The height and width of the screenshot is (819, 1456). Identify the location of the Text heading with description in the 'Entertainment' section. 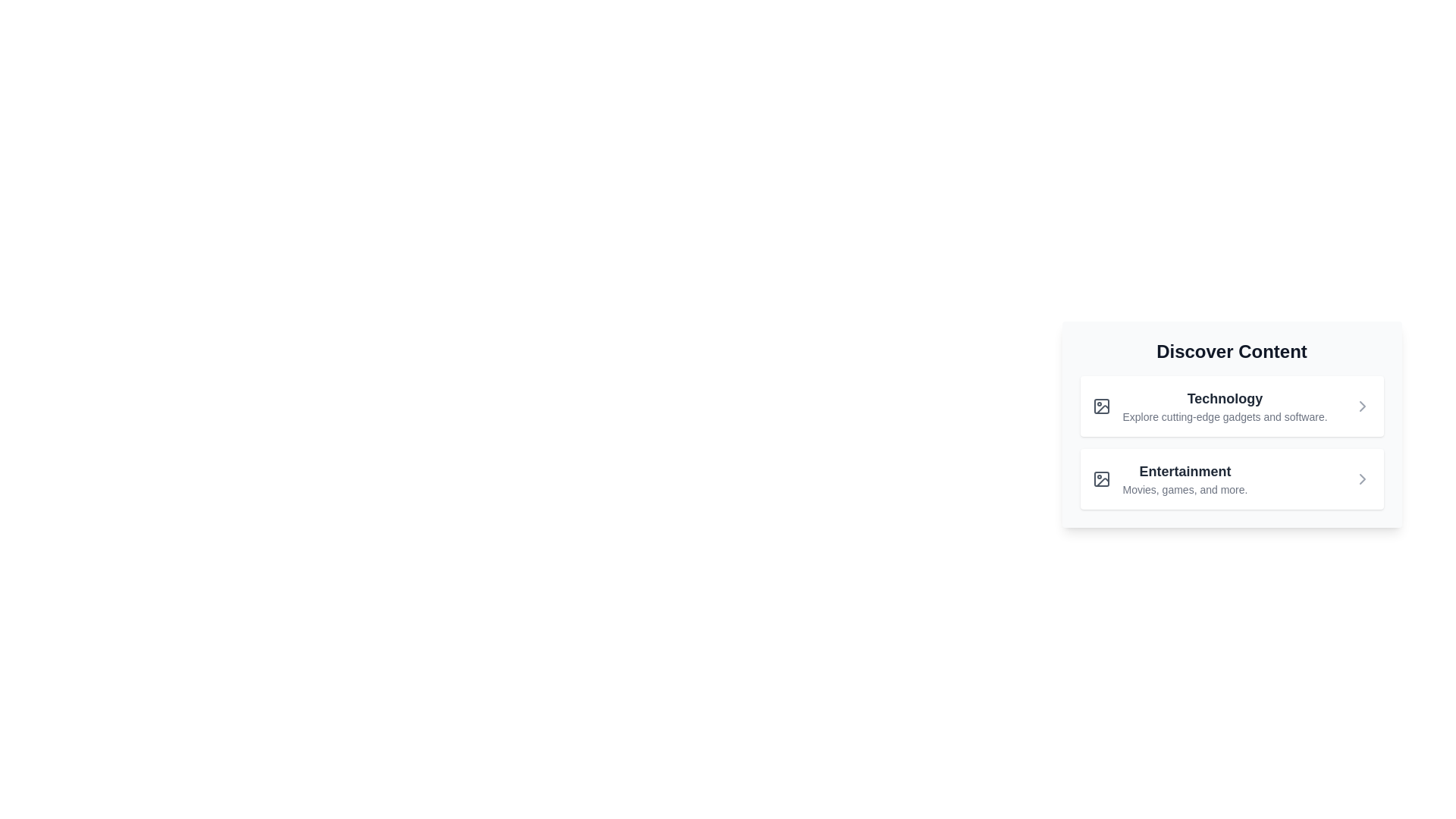
(1185, 479).